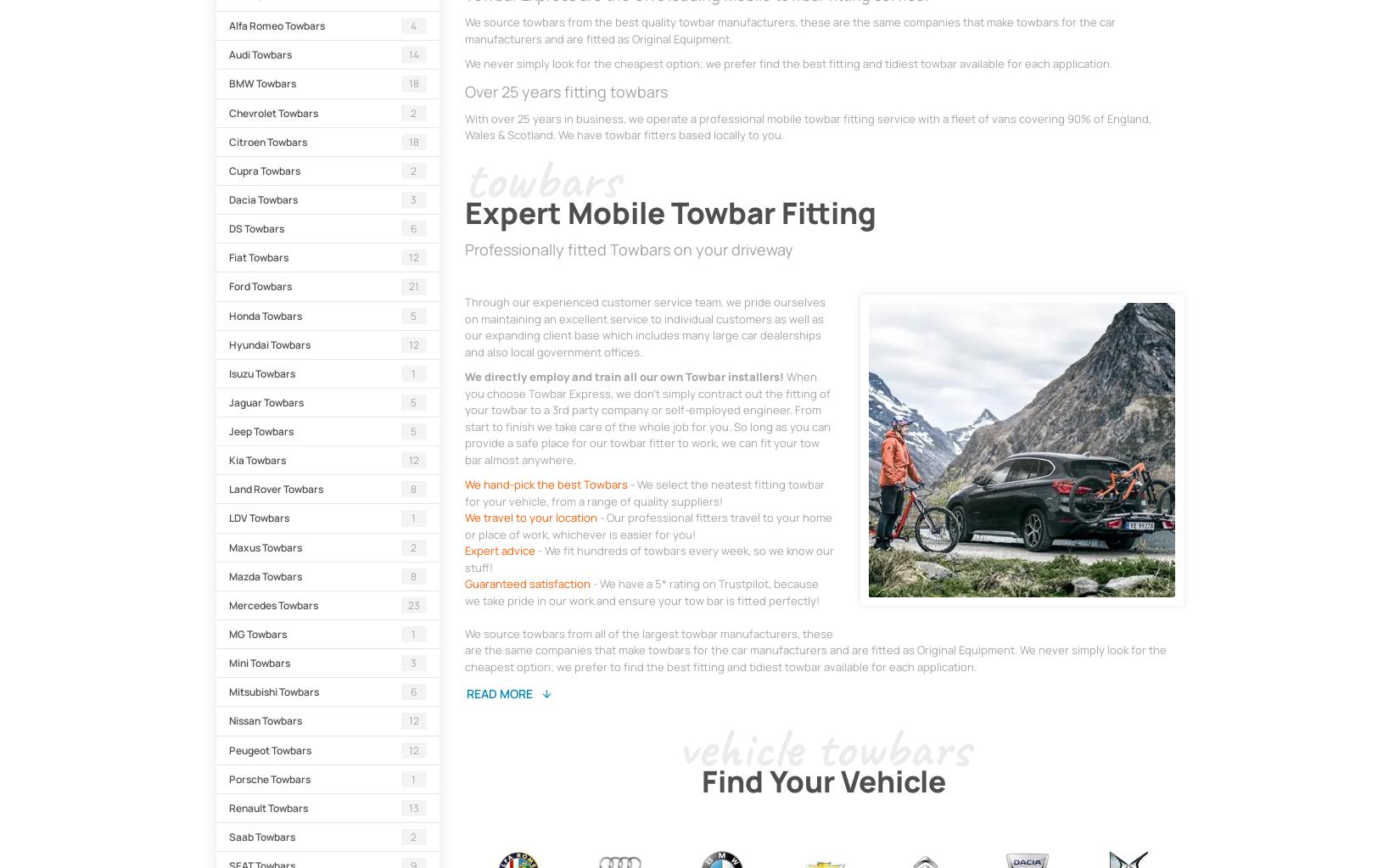  Describe the element at coordinates (260, 286) in the screenshot. I see `'Ford Towbars'` at that location.